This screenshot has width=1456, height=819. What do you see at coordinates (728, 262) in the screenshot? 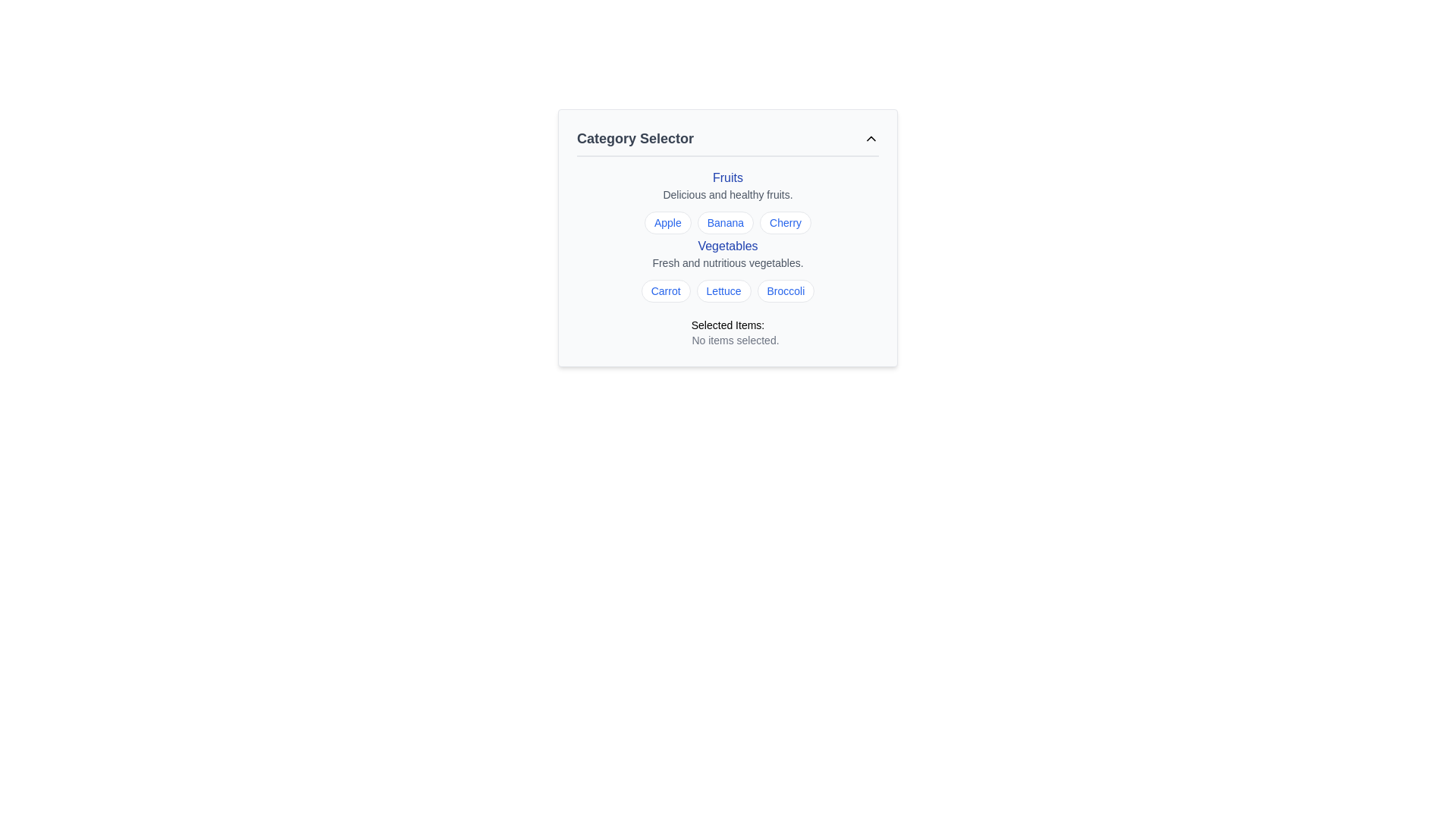
I see `the informational text label describing the 'Vegetables' category, which is located below the 'Vegetables' title and above the options 'Carrot', 'Lettuce', and 'Broccoli'` at bounding box center [728, 262].